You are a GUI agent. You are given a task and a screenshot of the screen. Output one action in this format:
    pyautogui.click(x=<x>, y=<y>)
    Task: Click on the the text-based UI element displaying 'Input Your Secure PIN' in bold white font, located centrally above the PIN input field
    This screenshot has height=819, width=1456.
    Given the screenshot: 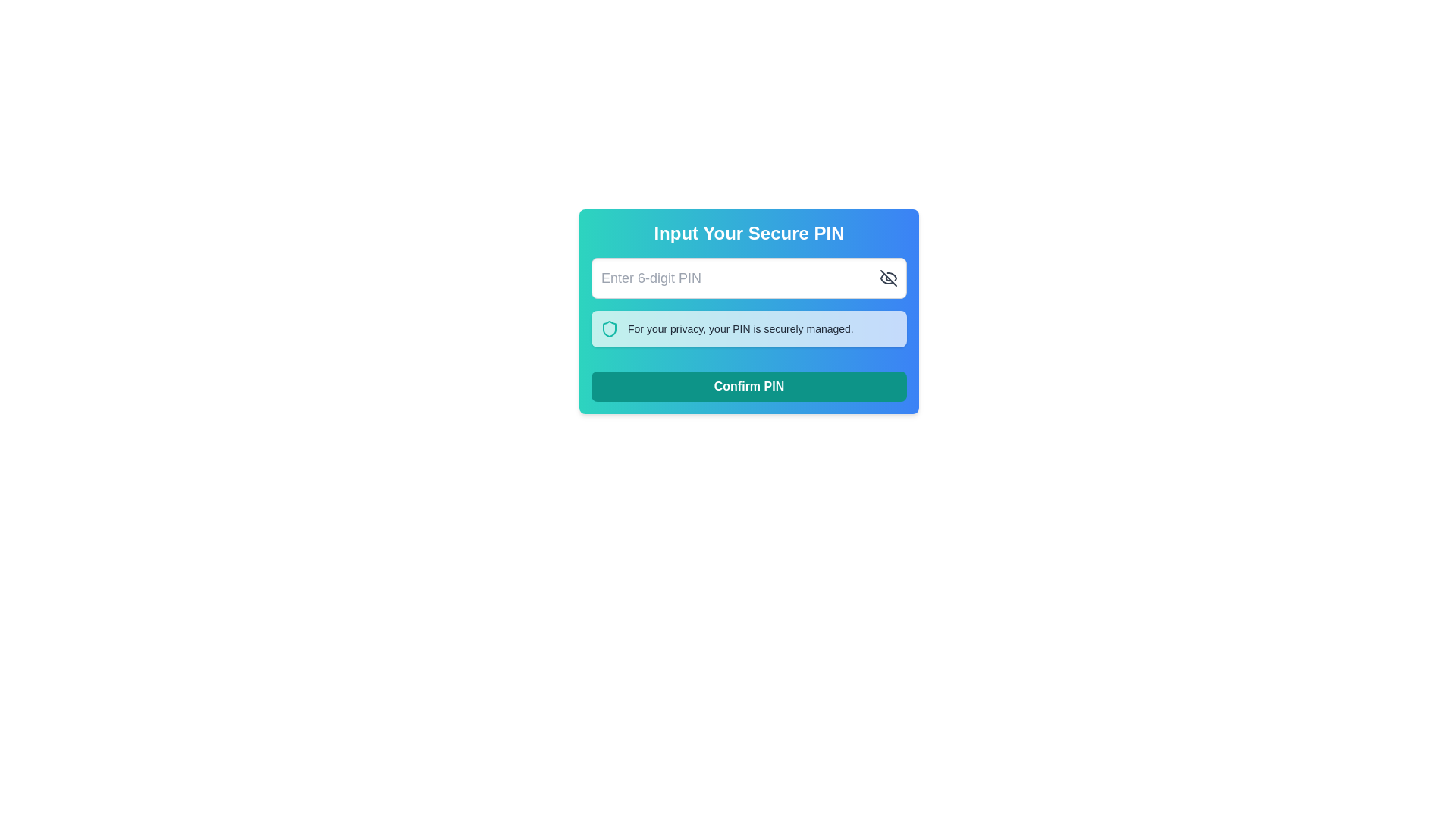 What is the action you would take?
    pyautogui.click(x=749, y=234)
    